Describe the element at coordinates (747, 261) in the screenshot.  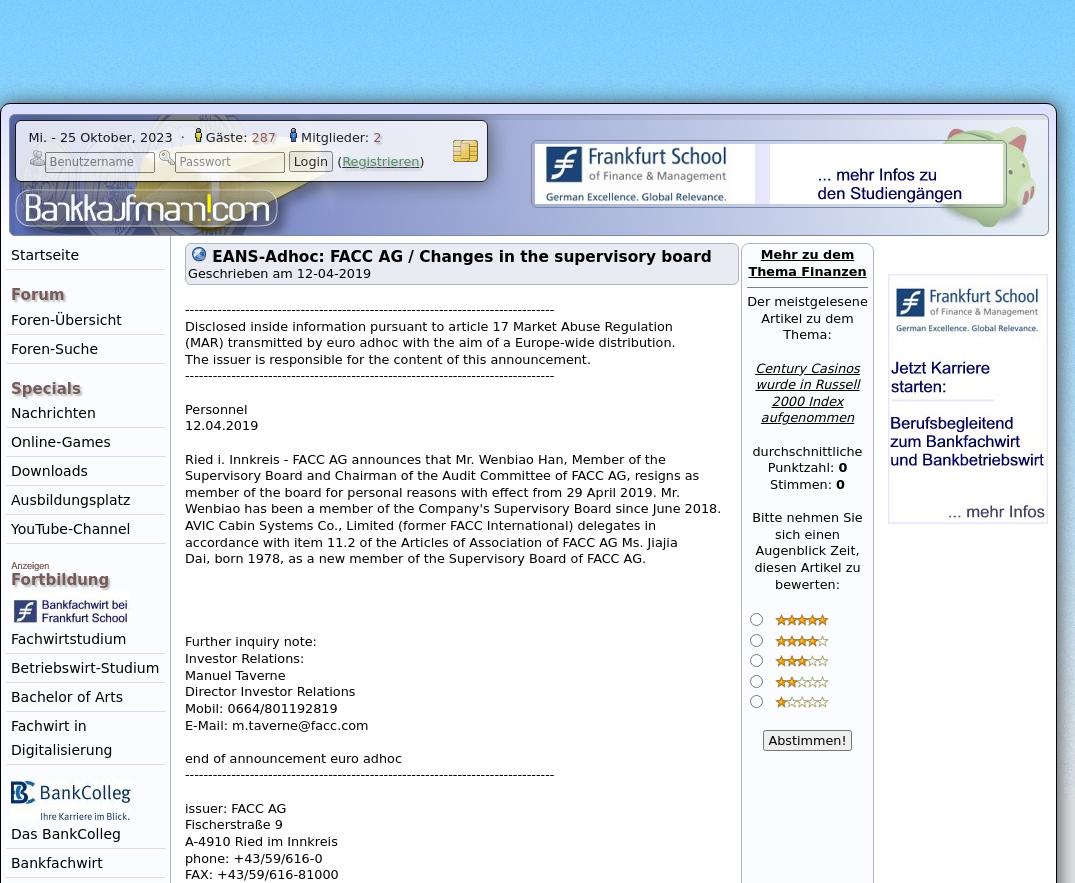
I see `'Mehr zu dem Thema Finanzen'` at that location.